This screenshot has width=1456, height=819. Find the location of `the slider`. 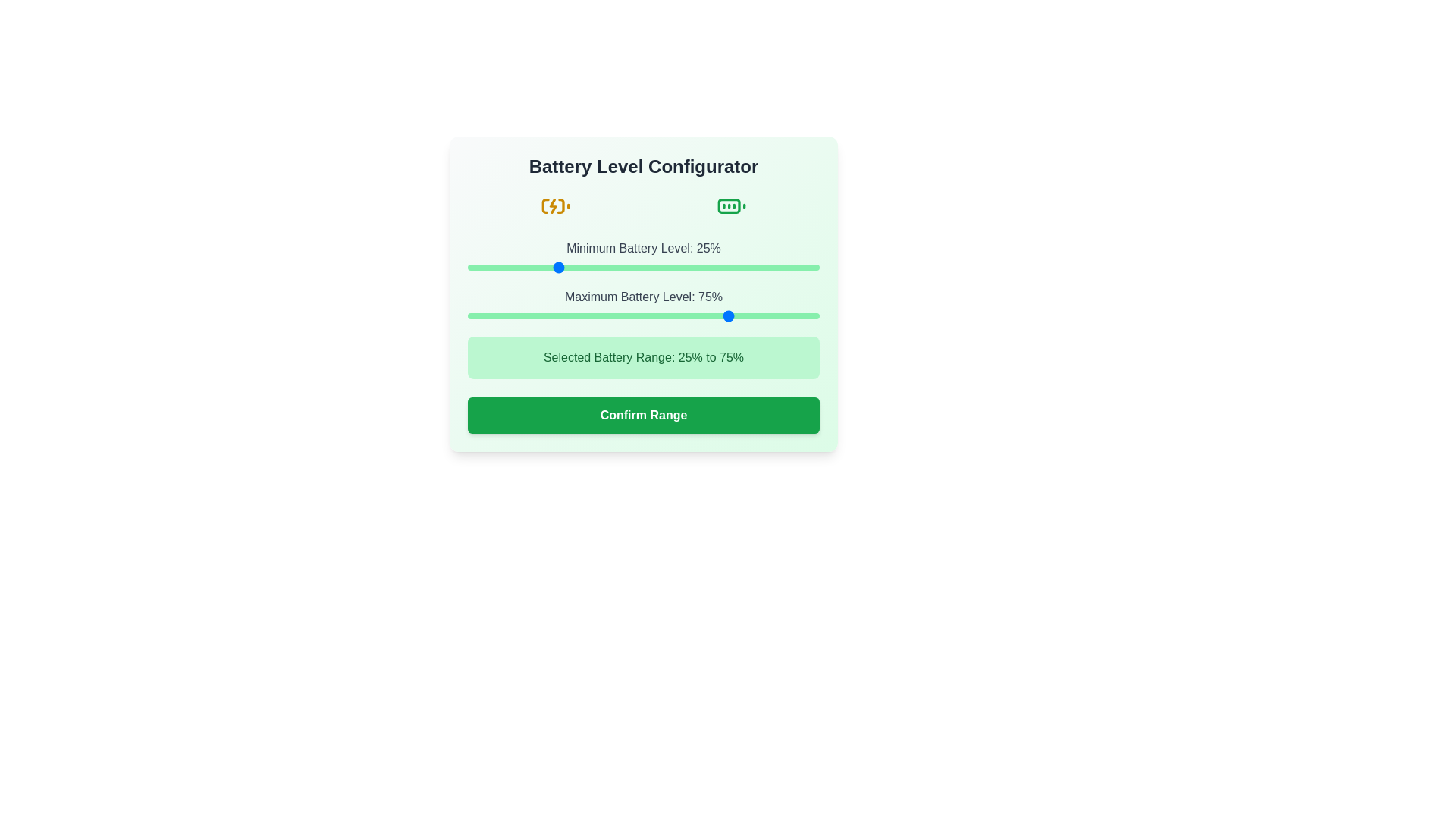

the slider is located at coordinates (770, 315).